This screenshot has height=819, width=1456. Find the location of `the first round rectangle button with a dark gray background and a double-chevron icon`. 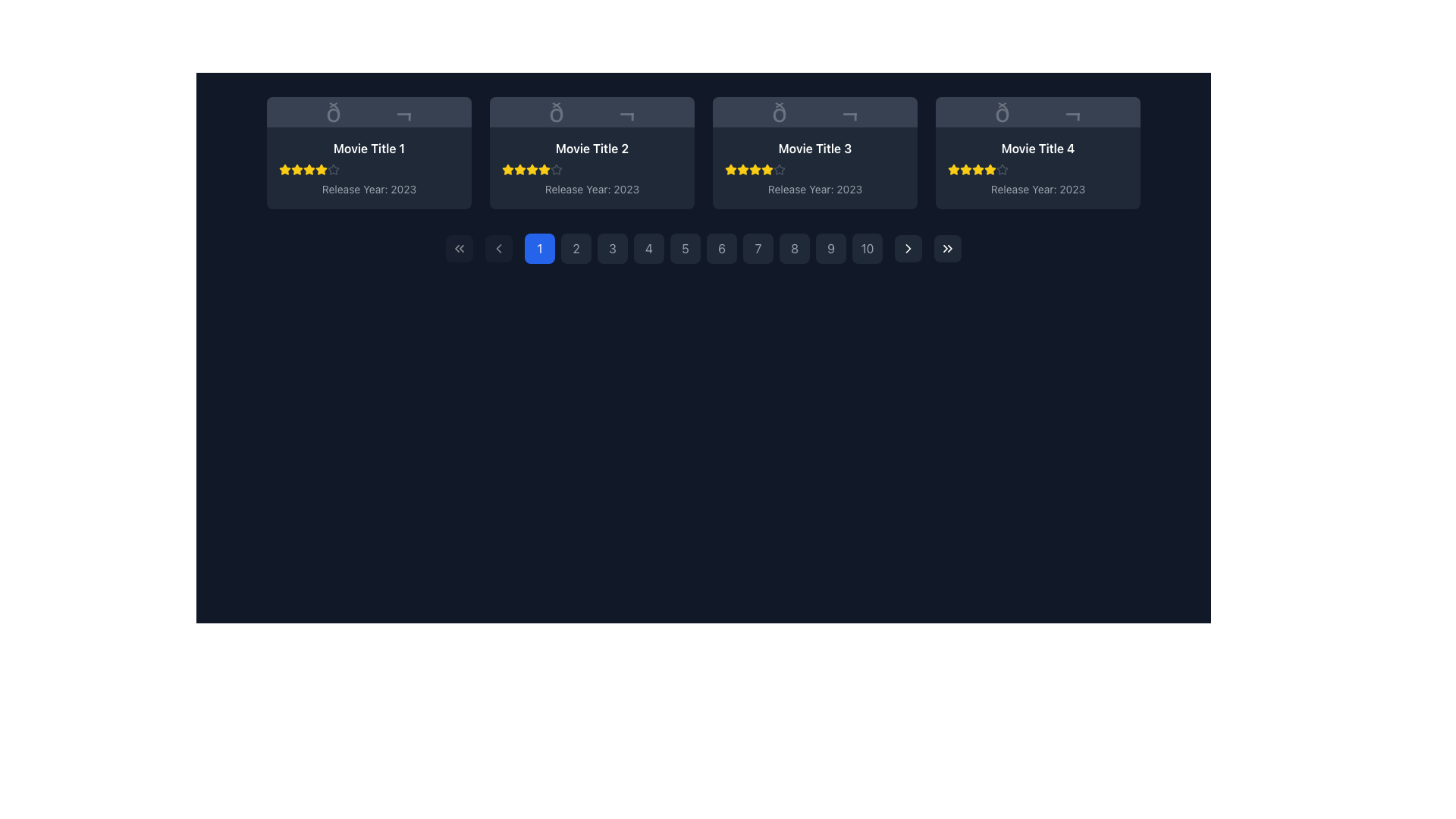

the first round rectangle button with a dark gray background and a double-chevron icon is located at coordinates (458, 247).